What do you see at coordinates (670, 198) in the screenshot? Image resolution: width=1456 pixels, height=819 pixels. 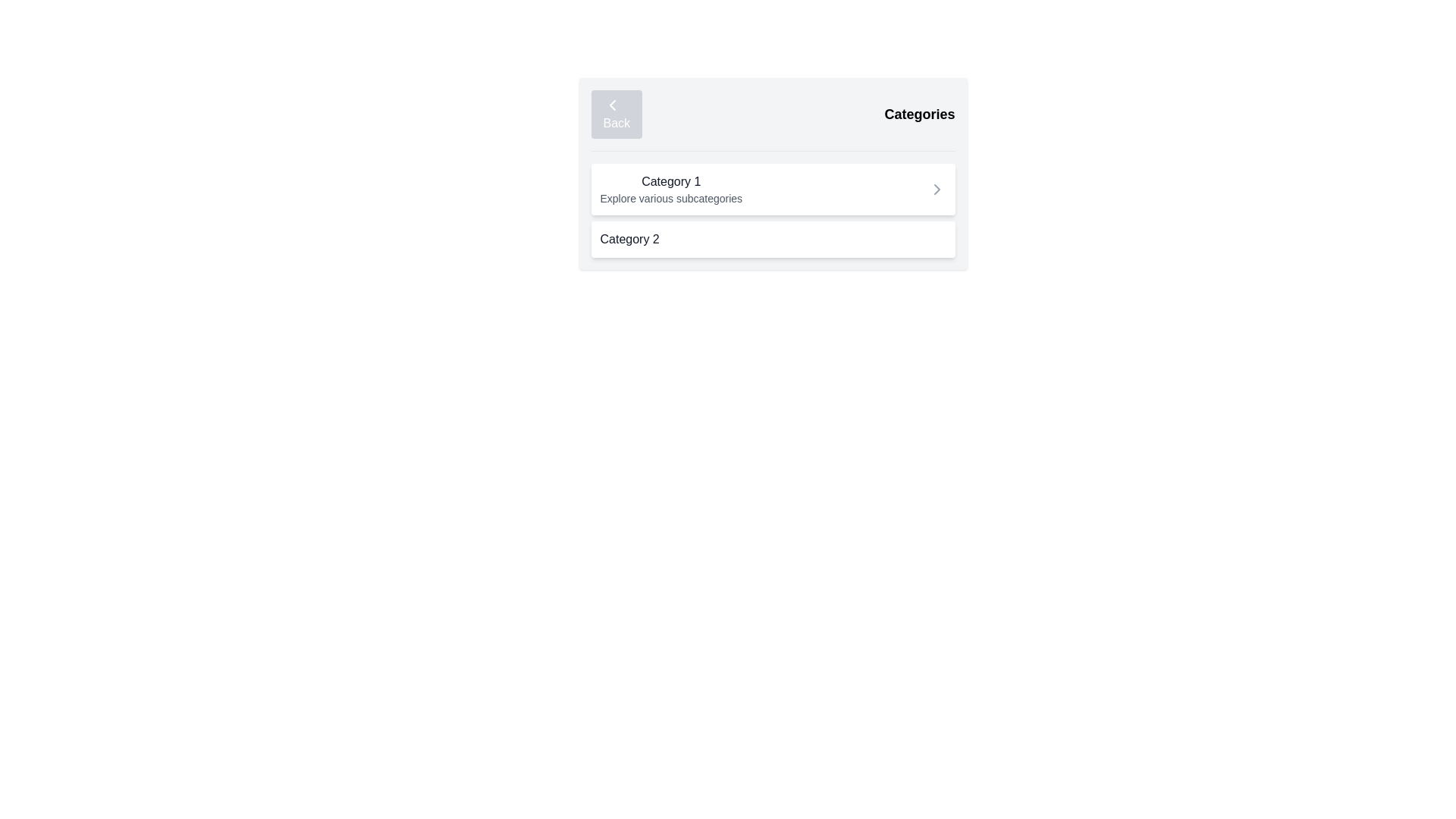 I see `the text label reading 'Explore various subcategories', which is styled in small gray font and located under the heading 'Category 1'` at bounding box center [670, 198].